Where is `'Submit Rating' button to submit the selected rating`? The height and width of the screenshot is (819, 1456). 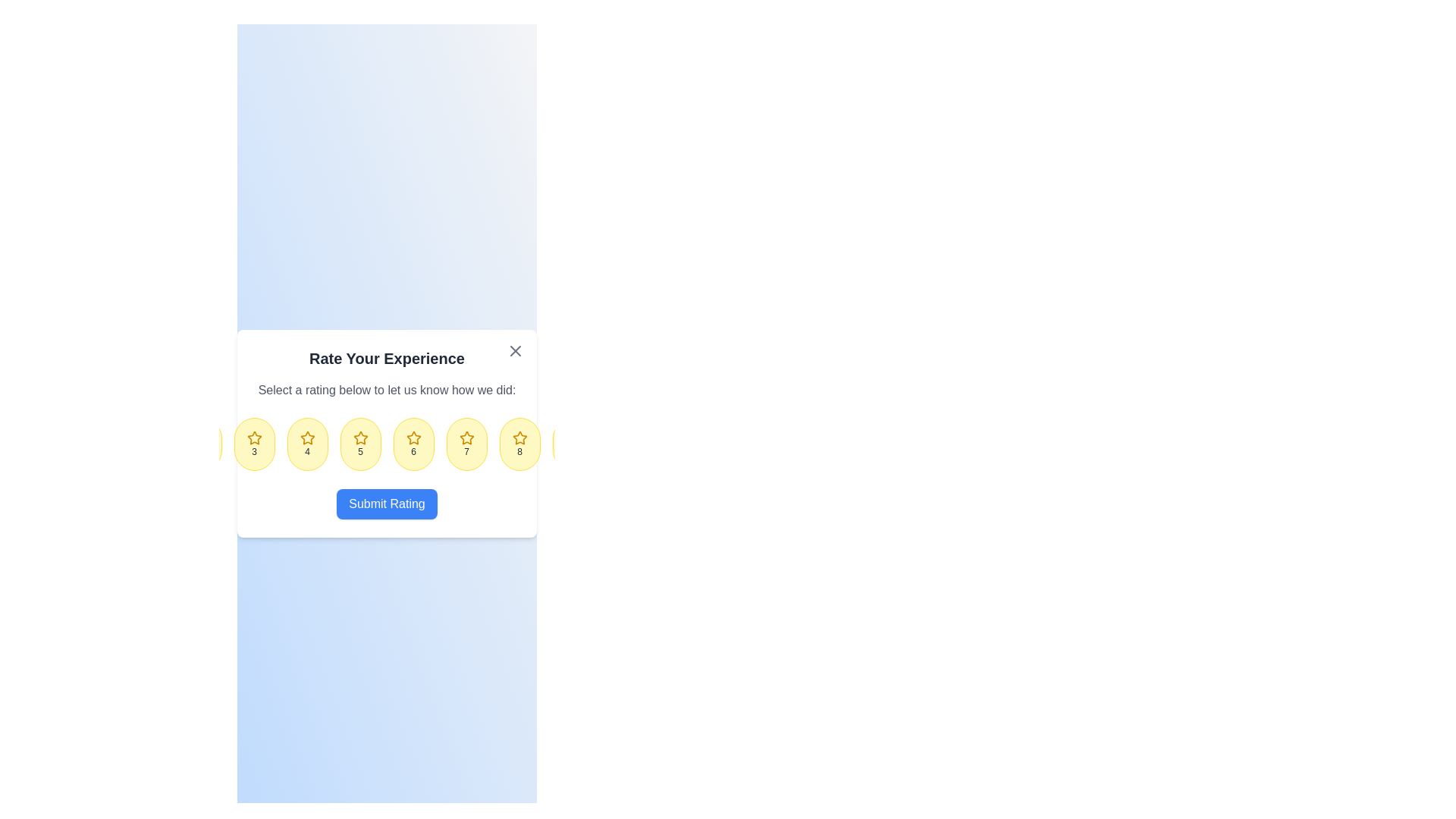 'Submit Rating' button to submit the selected rating is located at coordinates (387, 504).